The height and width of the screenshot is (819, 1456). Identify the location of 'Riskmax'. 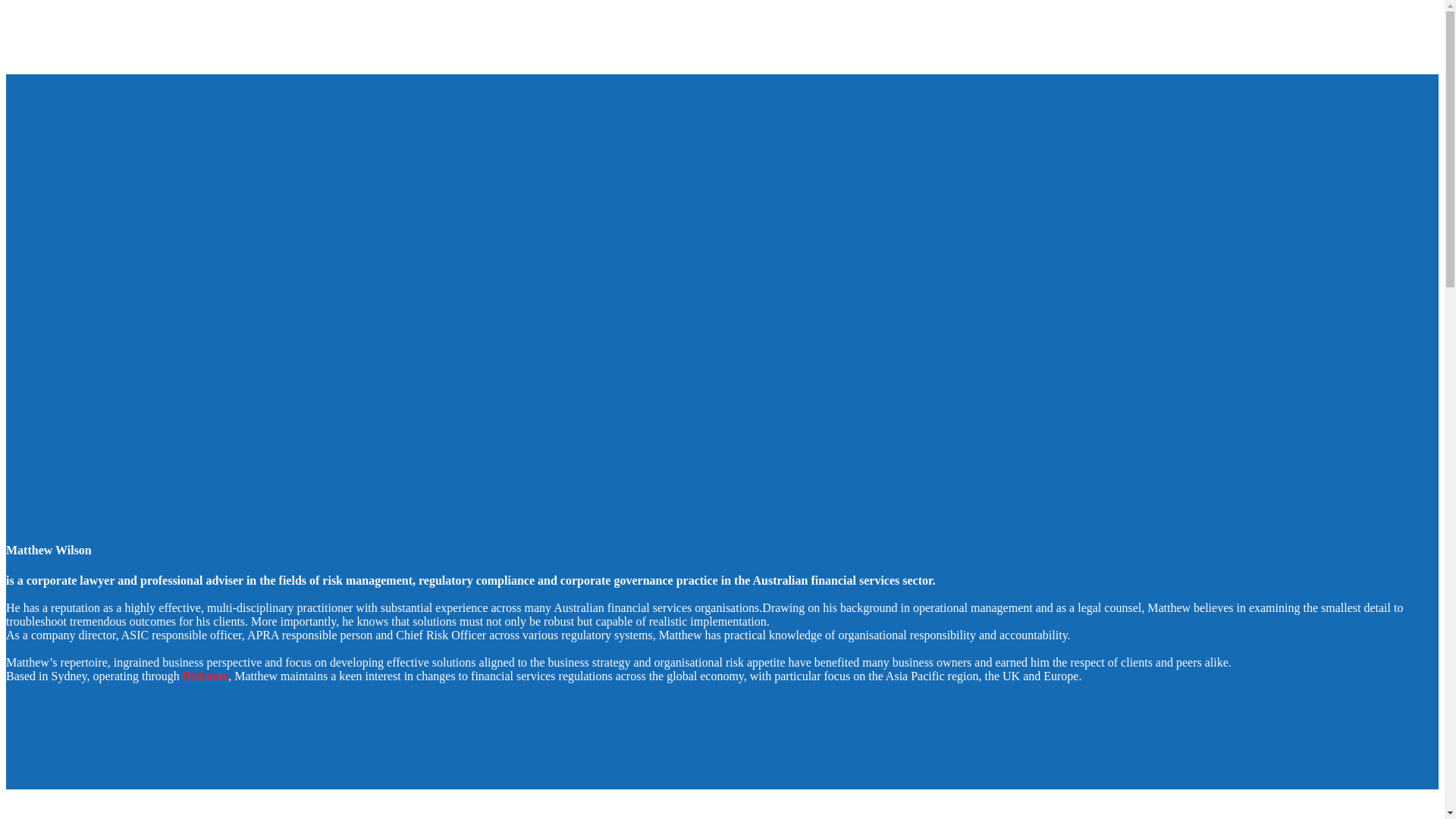
(204, 675).